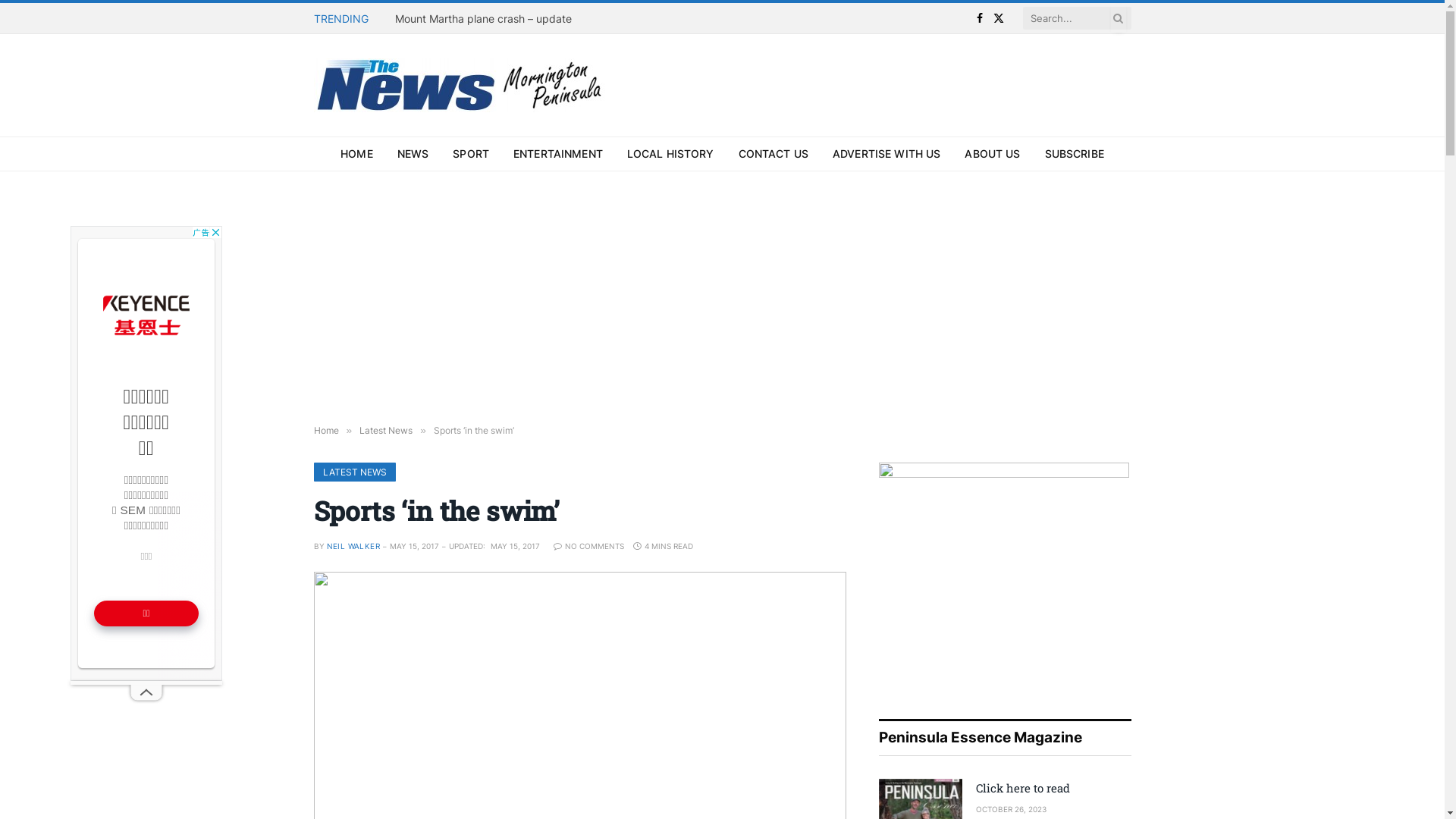  I want to click on 'ADVERTISE WITH US', so click(886, 154).